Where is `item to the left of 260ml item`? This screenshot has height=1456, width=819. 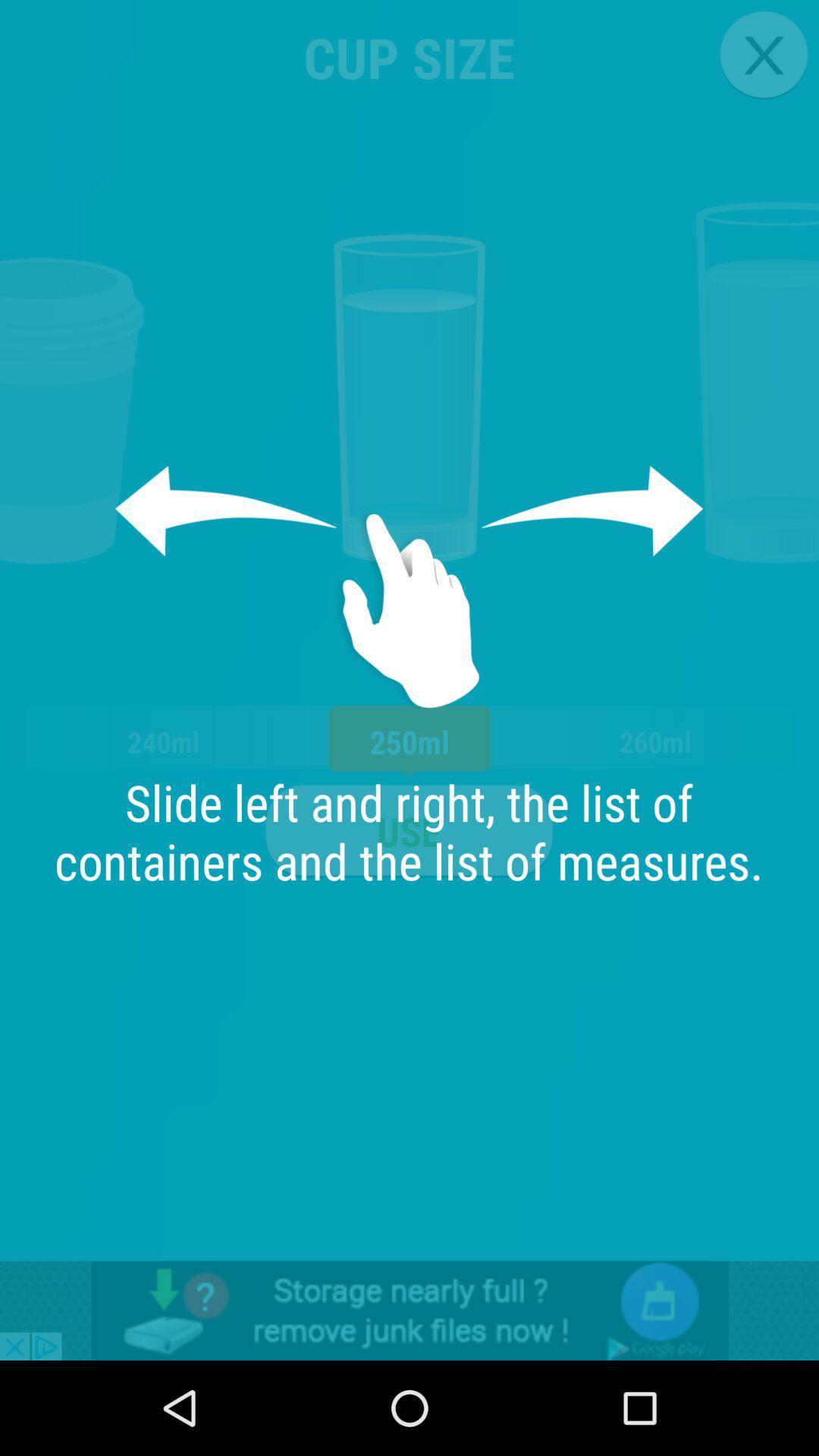 item to the left of 260ml item is located at coordinates (408, 830).